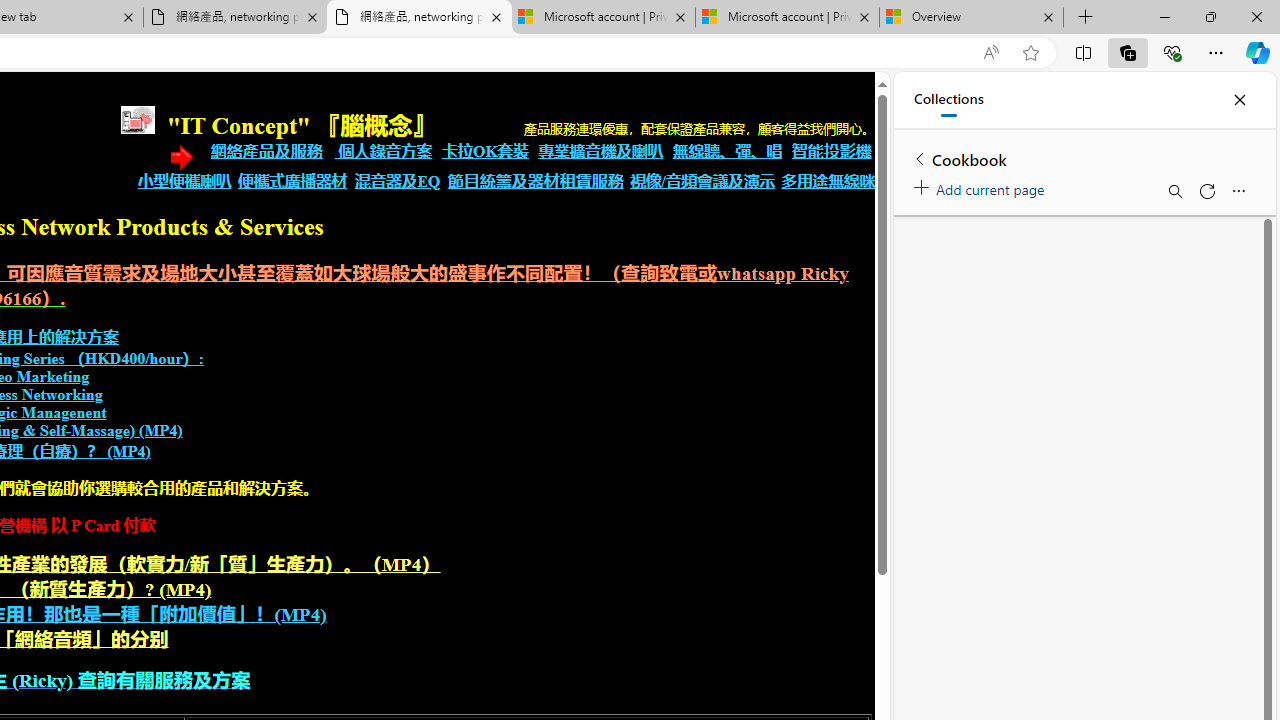 The width and height of the screenshot is (1280, 720). Describe the element at coordinates (983, 186) in the screenshot. I see `'Add current page'` at that location.